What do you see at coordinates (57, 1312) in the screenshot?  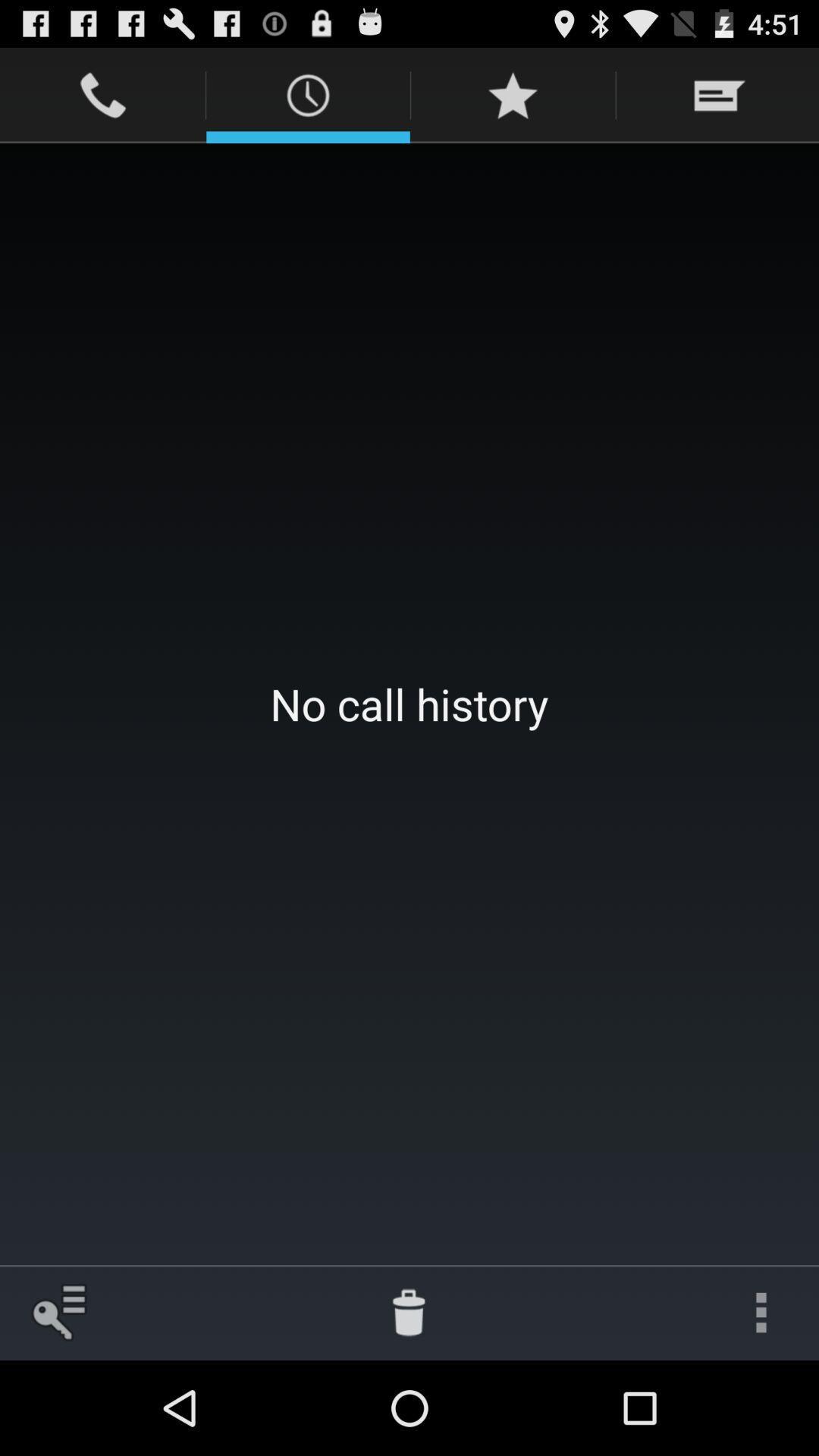 I see `icon at the bottom left corner` at bounding box center [57, 1312].